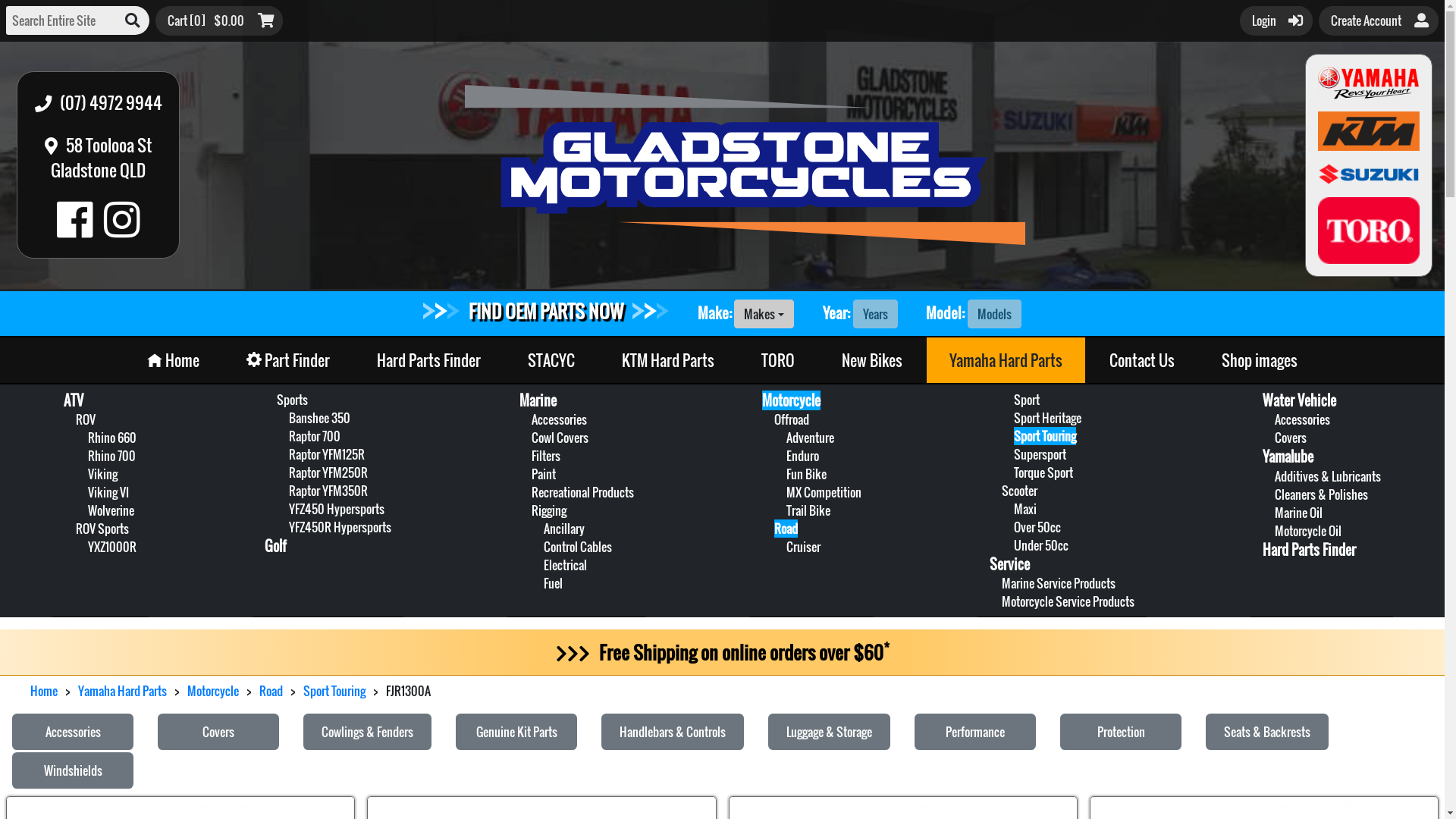 This screenshot has height=819, width=1456. I want to click on 'Filters', so click(546, 455).